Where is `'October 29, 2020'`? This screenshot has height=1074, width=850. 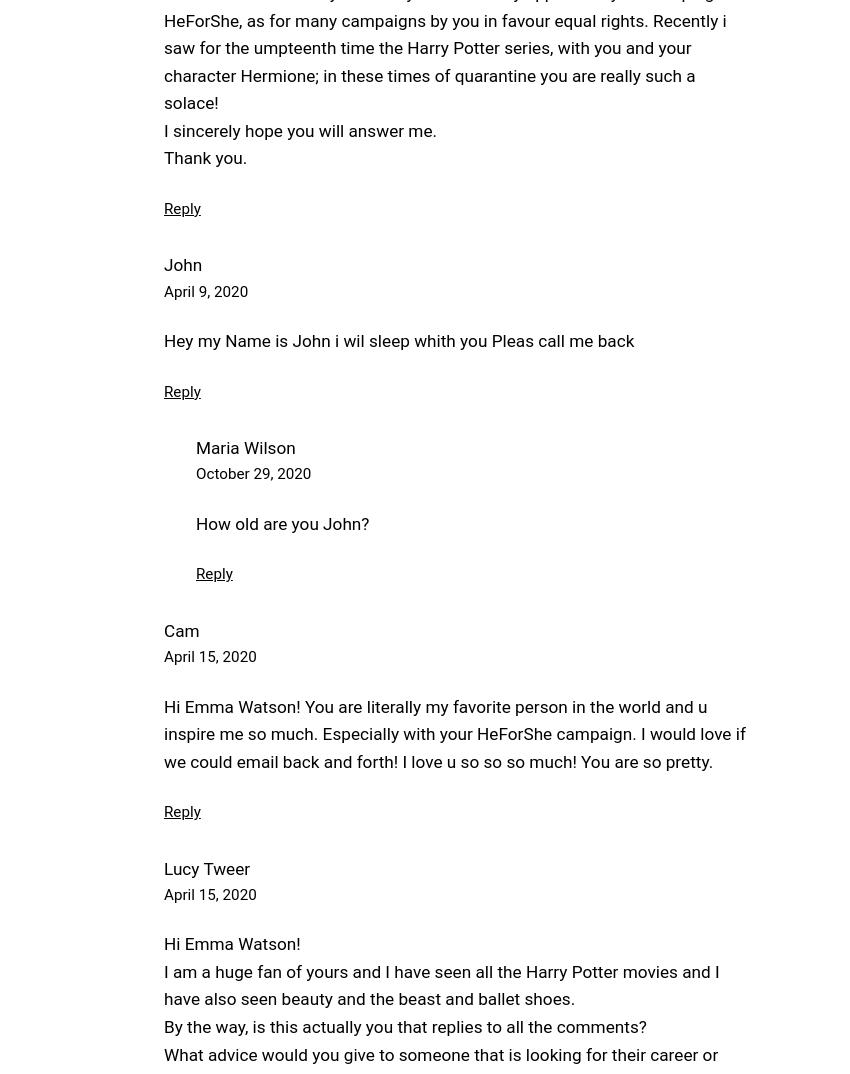
'October 29, 2020' is located at coordinates (253, 472).